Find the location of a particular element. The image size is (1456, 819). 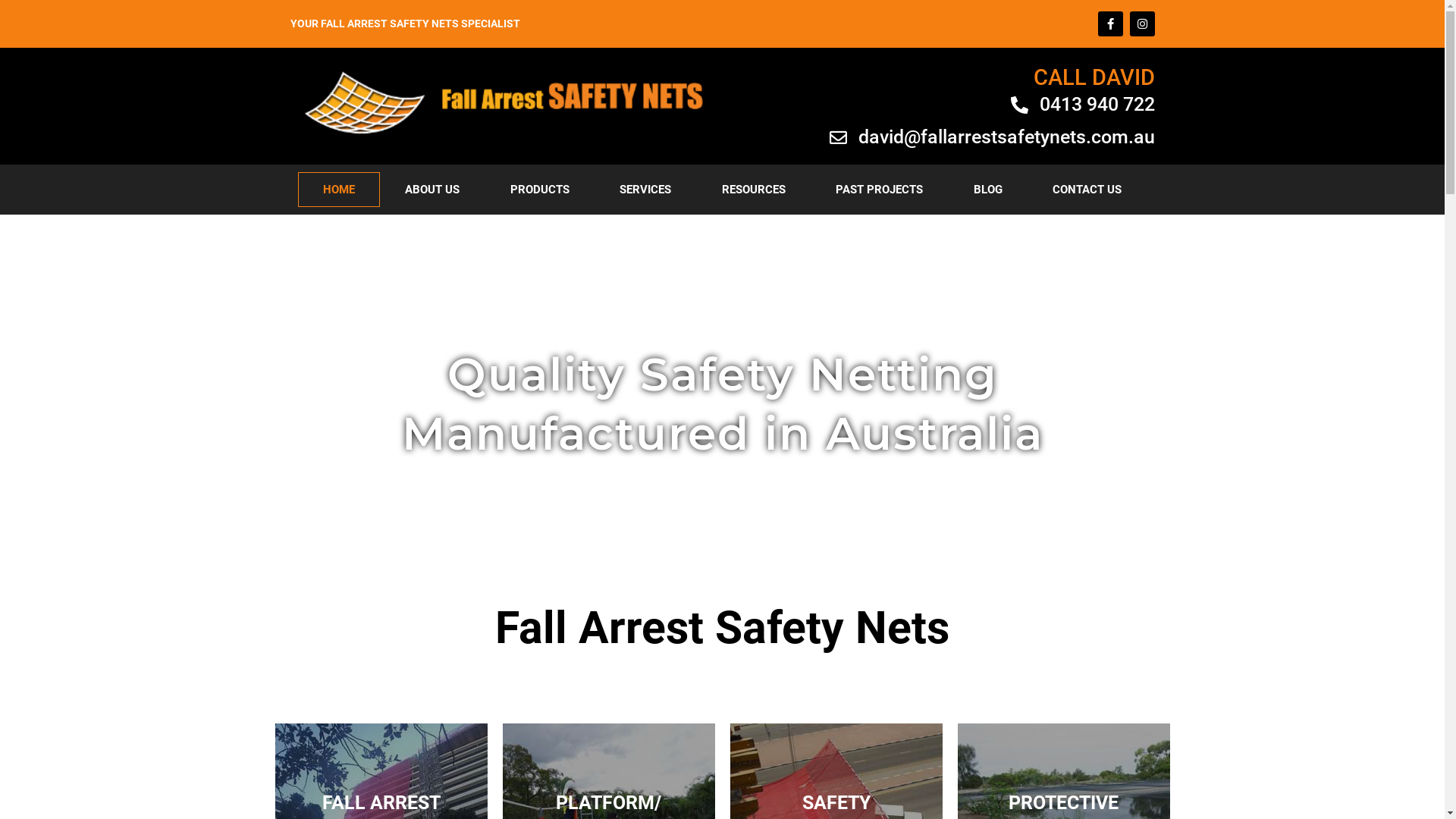

'HOME' is located at coordinates (337, 189).